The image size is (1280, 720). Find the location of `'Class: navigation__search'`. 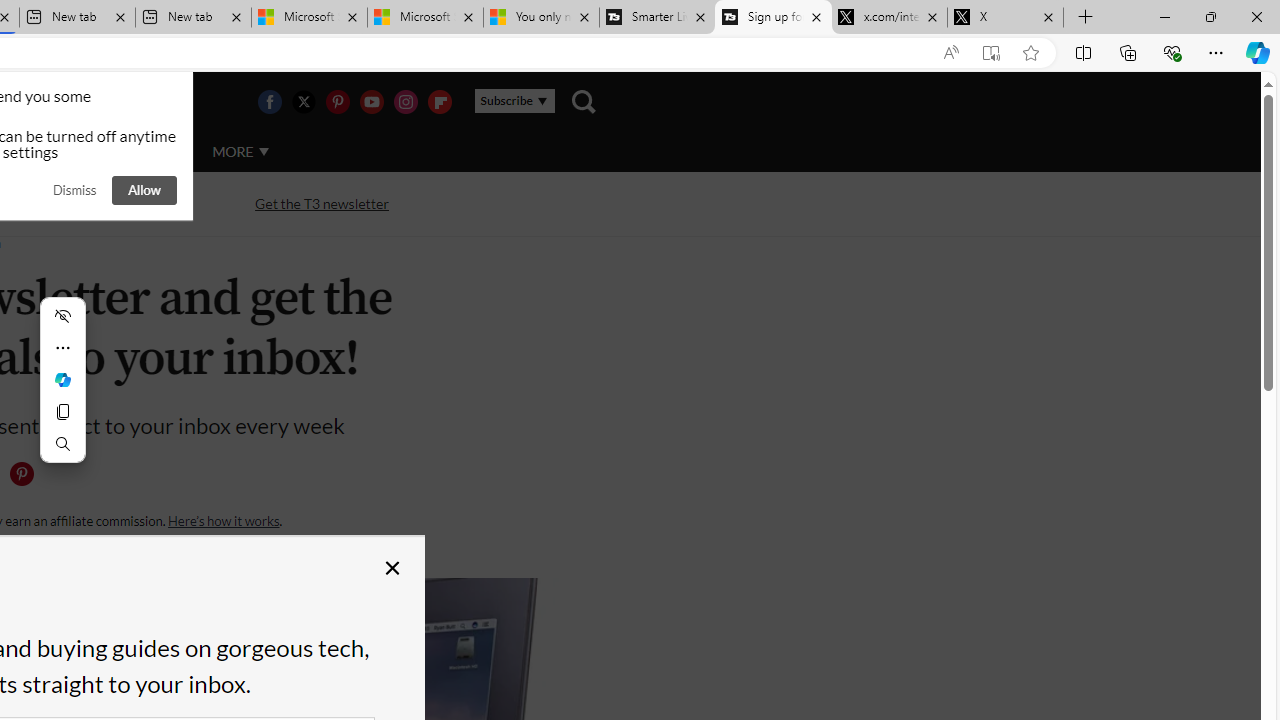

'Class: navigation__search' is located at coordinates (582, 101).